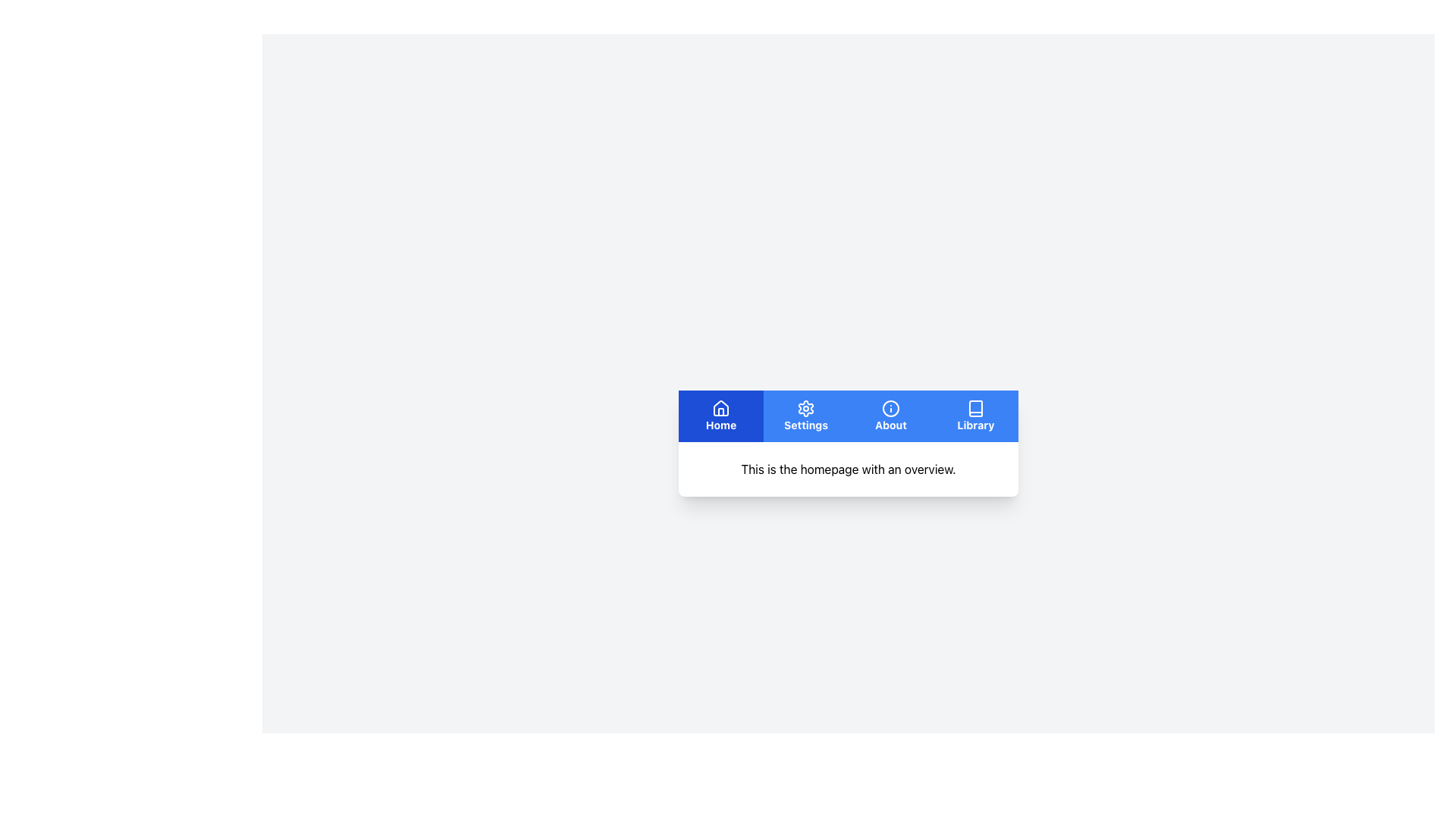  I want to click on the 'Library' button, which features a book icon and bold white text on a blue background, located in the bottom navigation menu as the fourth option from the left, so click(975, 416).